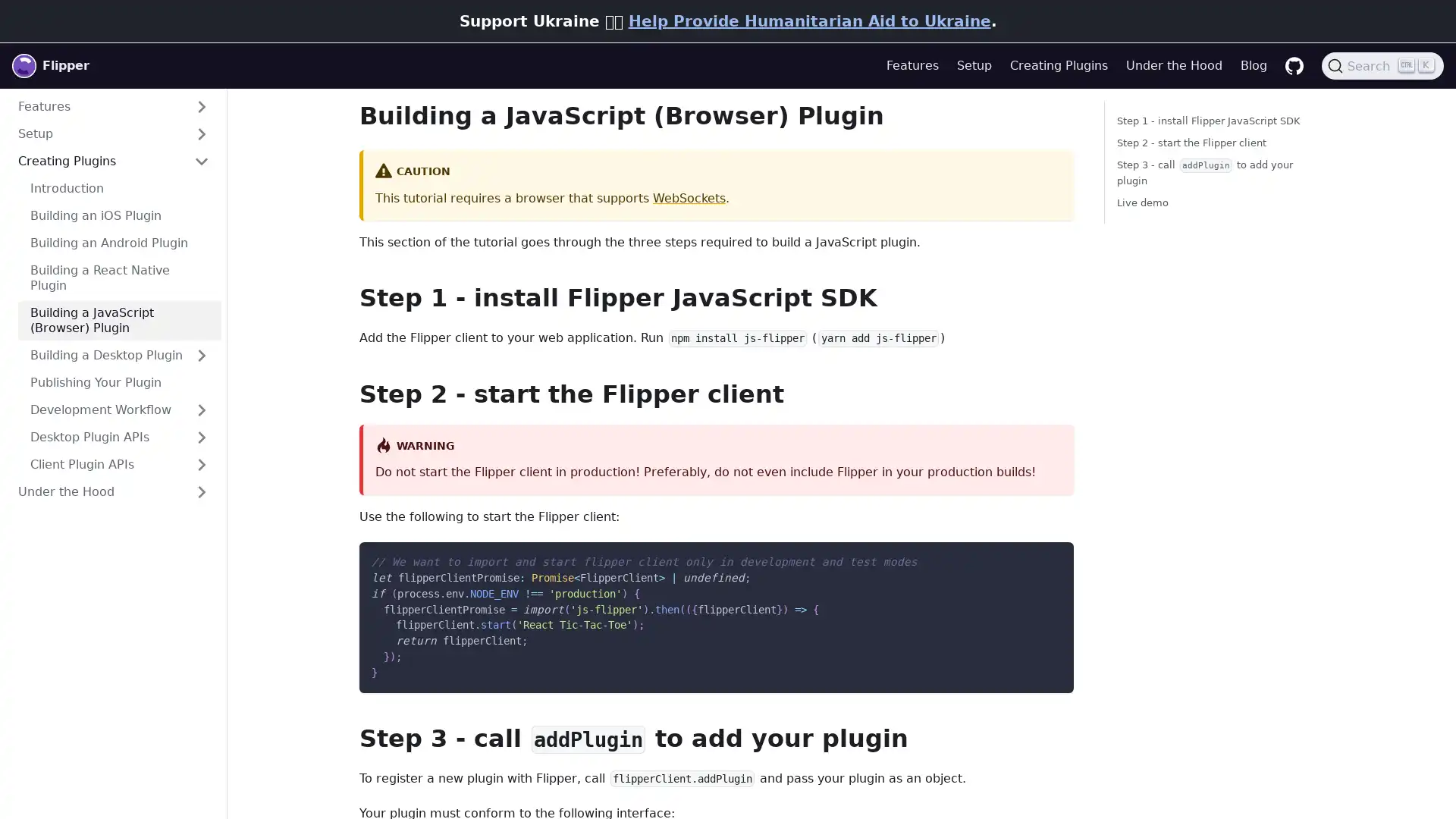 The height and width of the screenshot is (819, 1456). What do you see at coordinates (1382, 65) in the screenshot?
I see `Search` at bounding box center [1382, 65].